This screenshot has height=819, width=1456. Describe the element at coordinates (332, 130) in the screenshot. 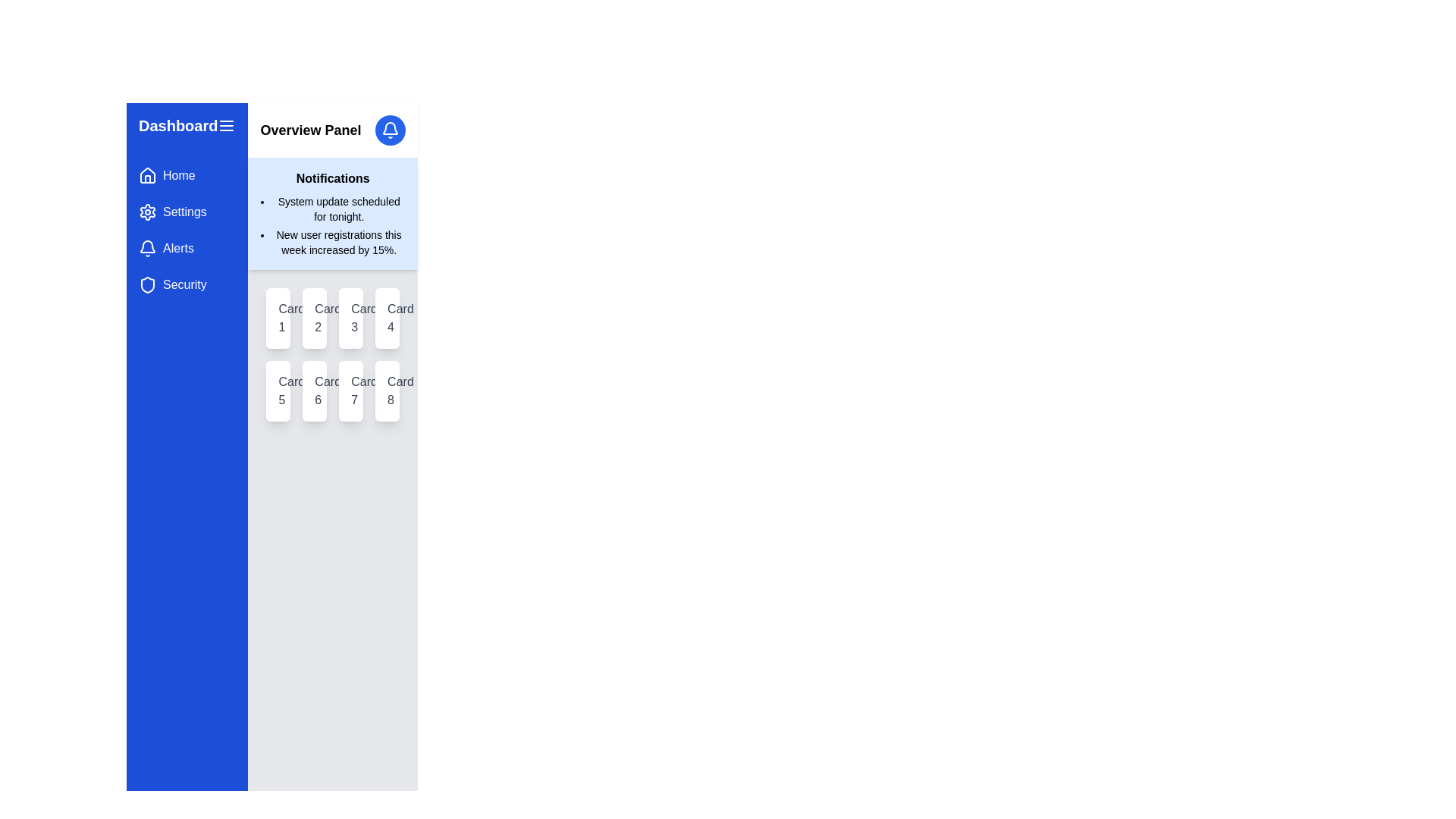

I see `the 'Overview Panel' header text to indicate focus` at that location.